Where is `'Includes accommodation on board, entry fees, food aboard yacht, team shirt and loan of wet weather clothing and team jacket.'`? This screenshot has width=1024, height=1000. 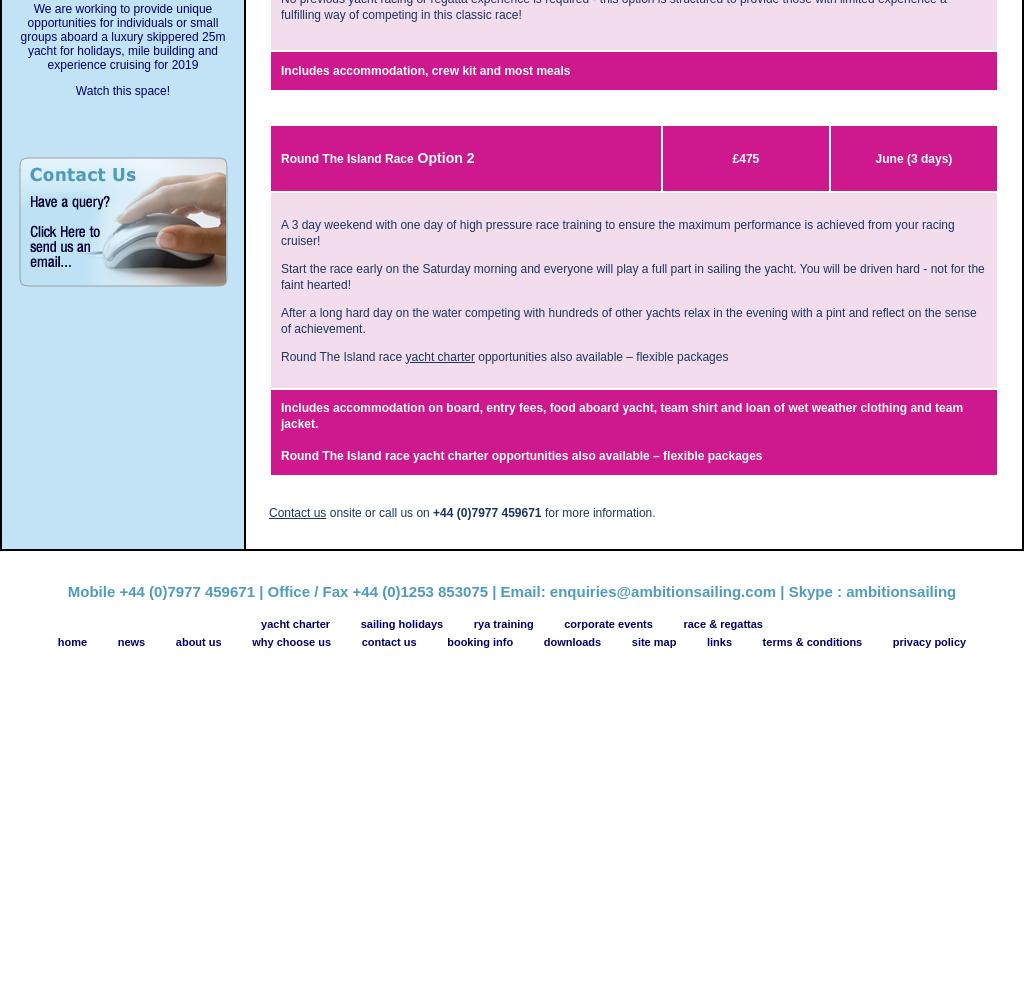 'Includes accommodation on board, entry fees, food aboard yacht, team shirt and loan of wet weather clothing and team jacket.' is located at coordinates (280, 416).